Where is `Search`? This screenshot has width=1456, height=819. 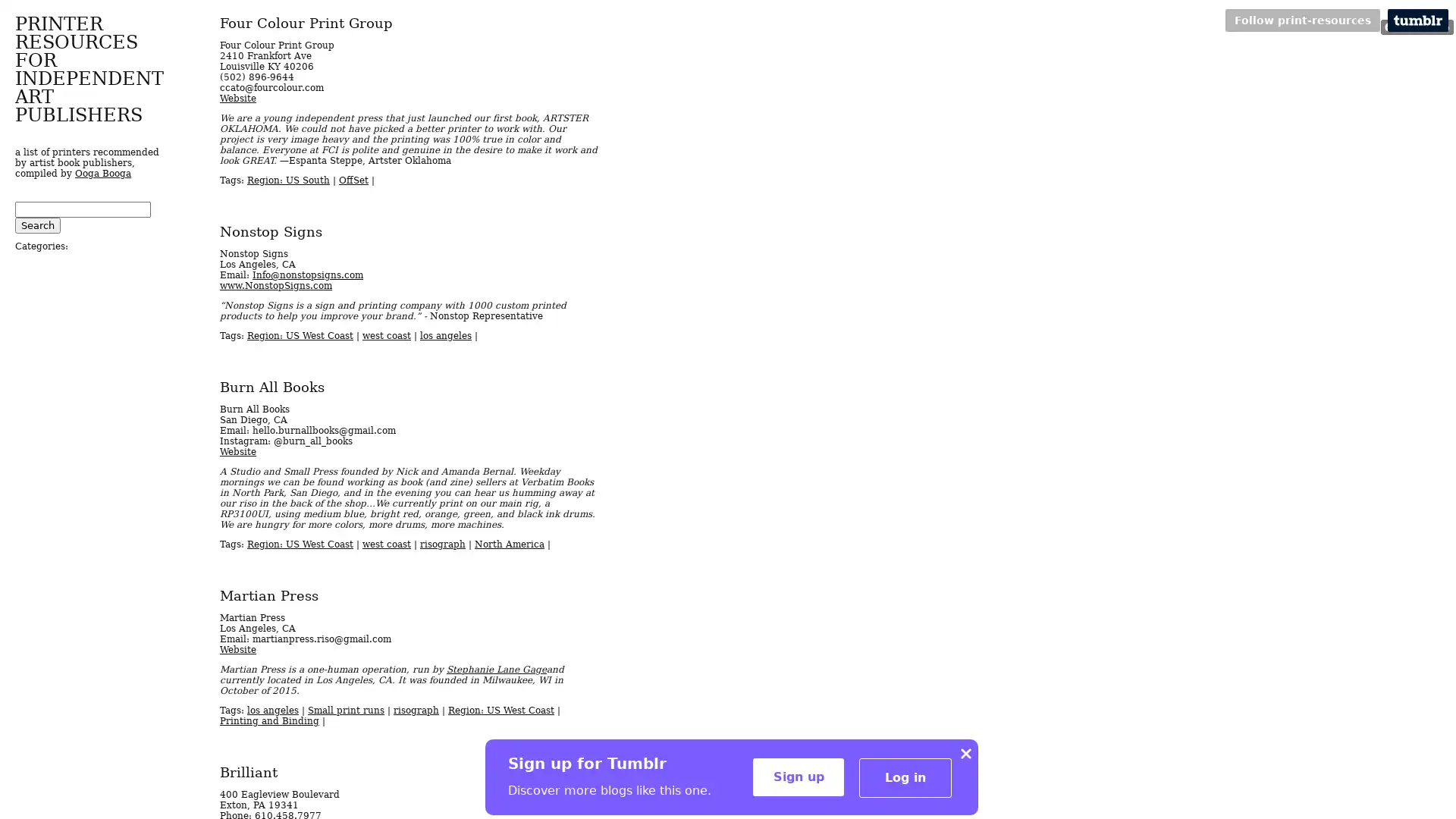 Search is located at coordinates (37, 225).